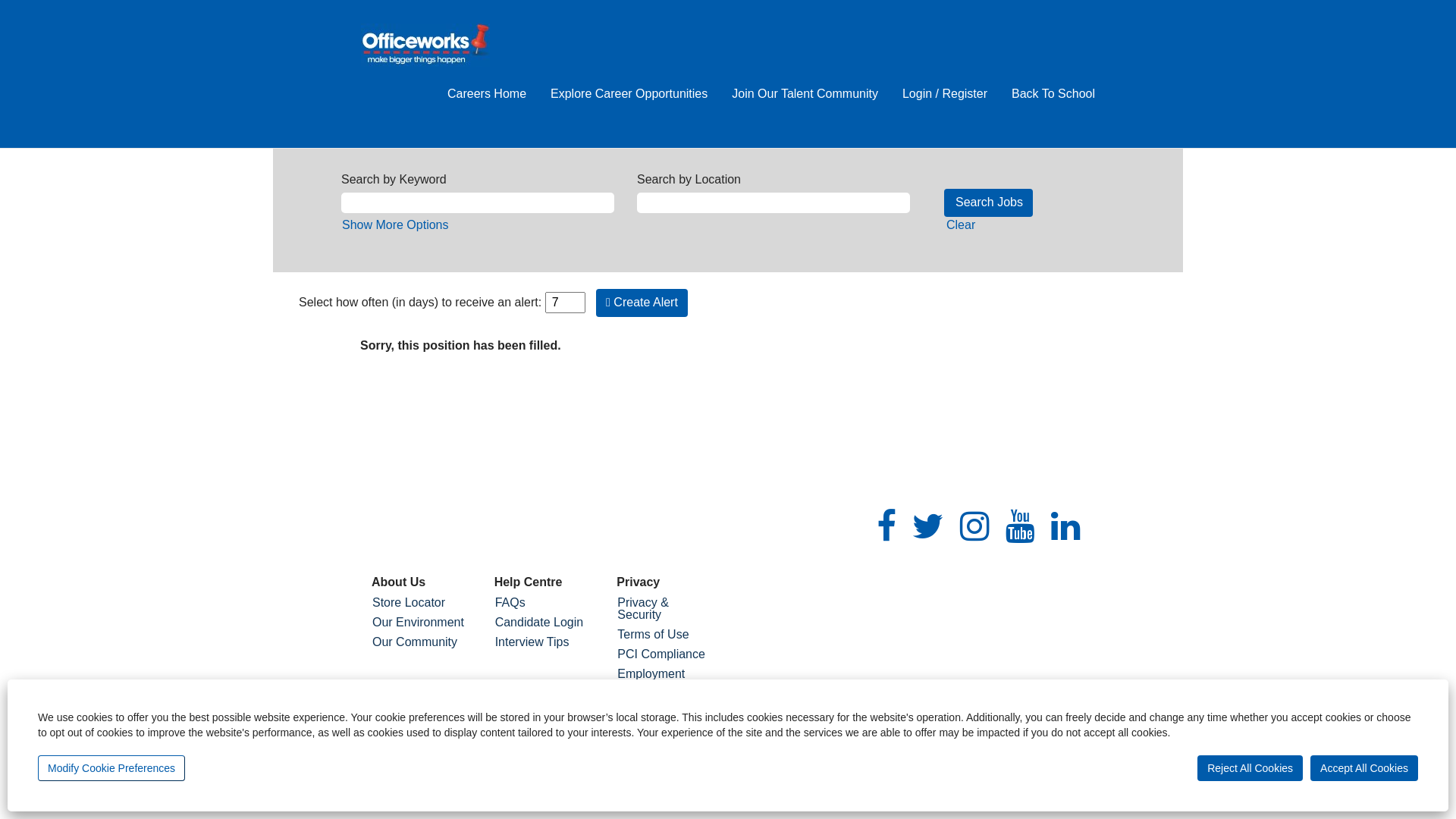 This screenshot has width=1456, height=819. What do you see at coordinates (1065, 526) in the screenshot?
I see `'linkedin'` at bounding box center [1065, 526].